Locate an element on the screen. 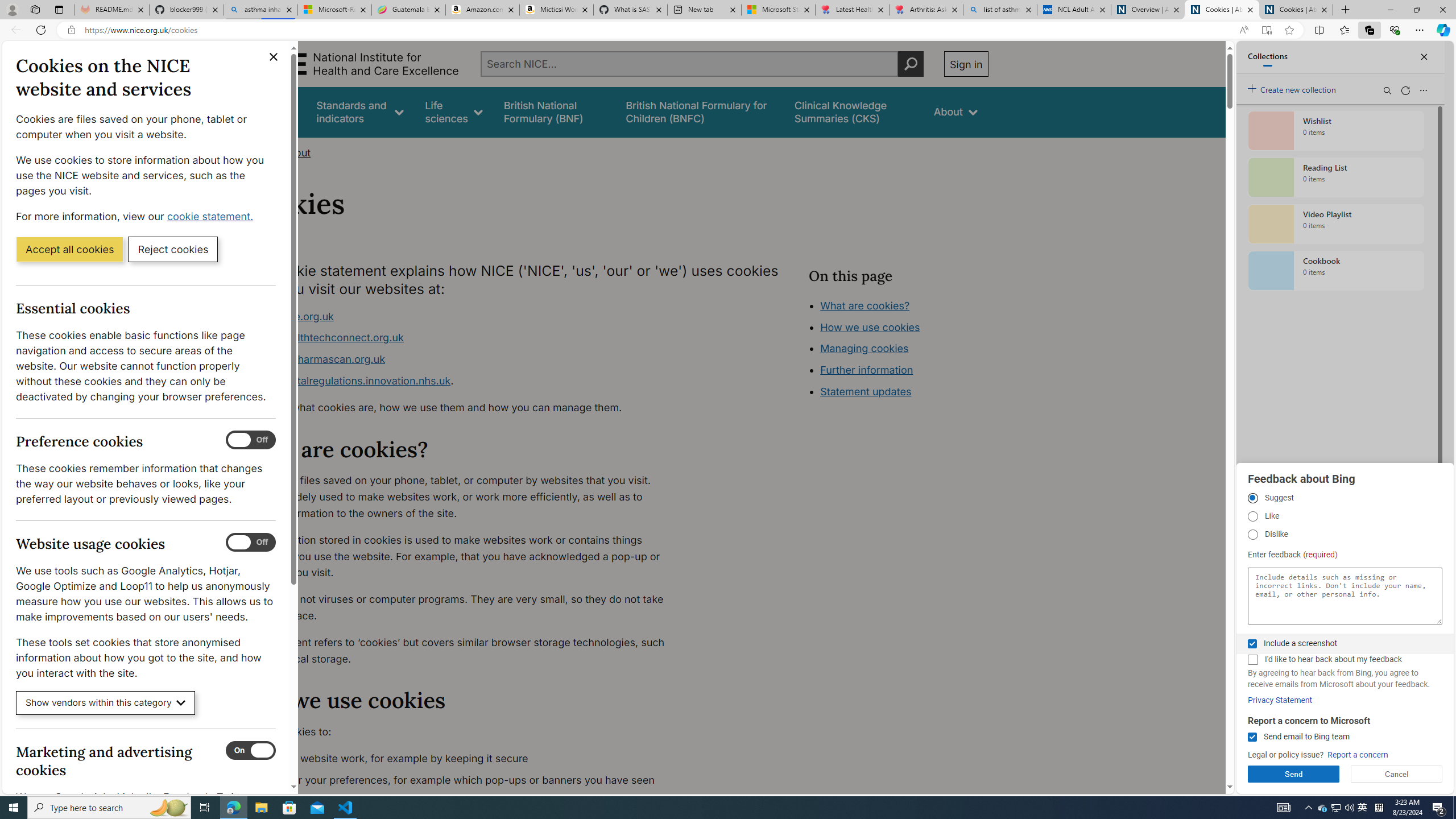  'I' is located at coordinates (1252, 659).